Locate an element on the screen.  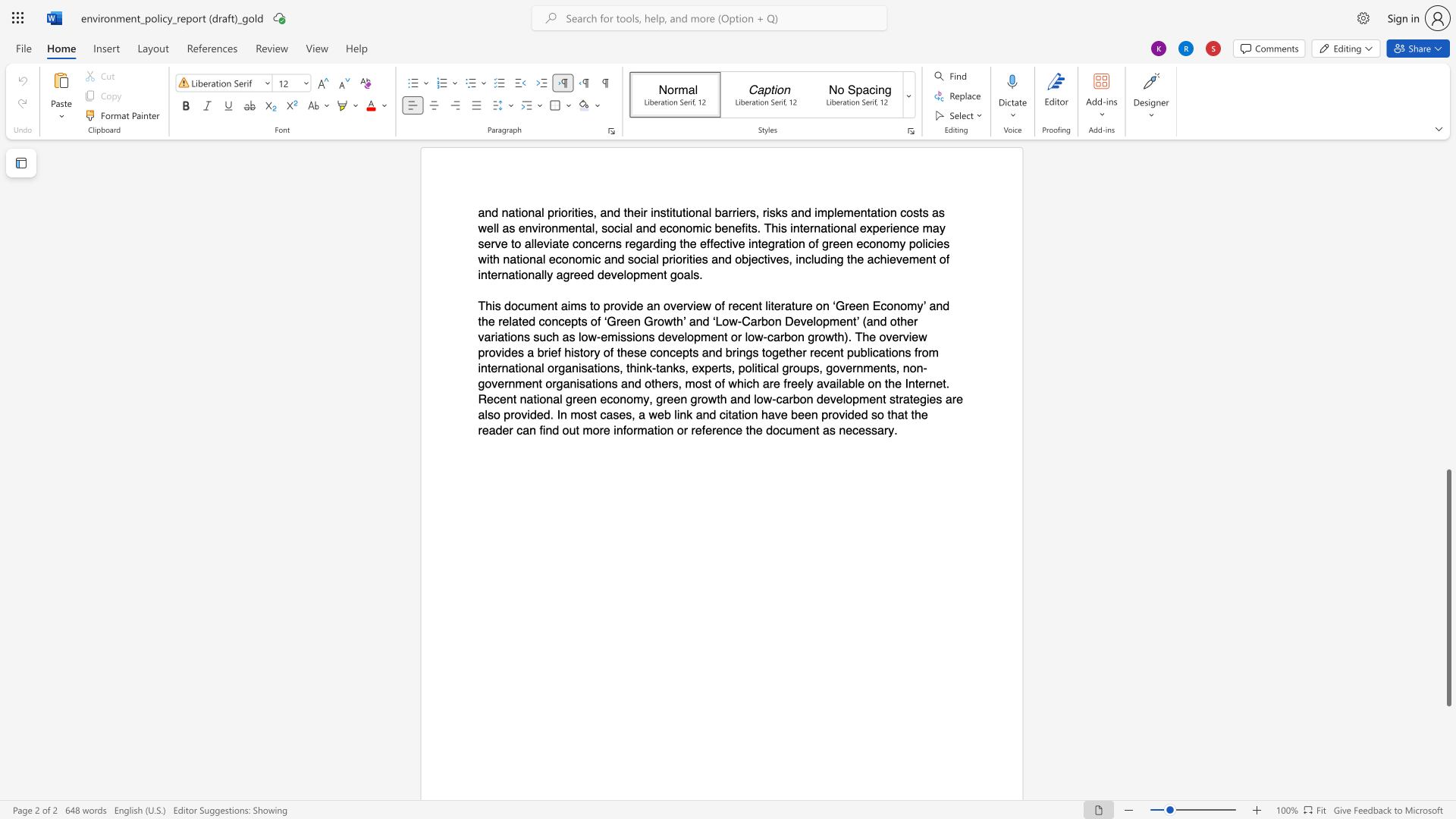
the scrollbar to move the page up is located at coordinates (1448, 288).